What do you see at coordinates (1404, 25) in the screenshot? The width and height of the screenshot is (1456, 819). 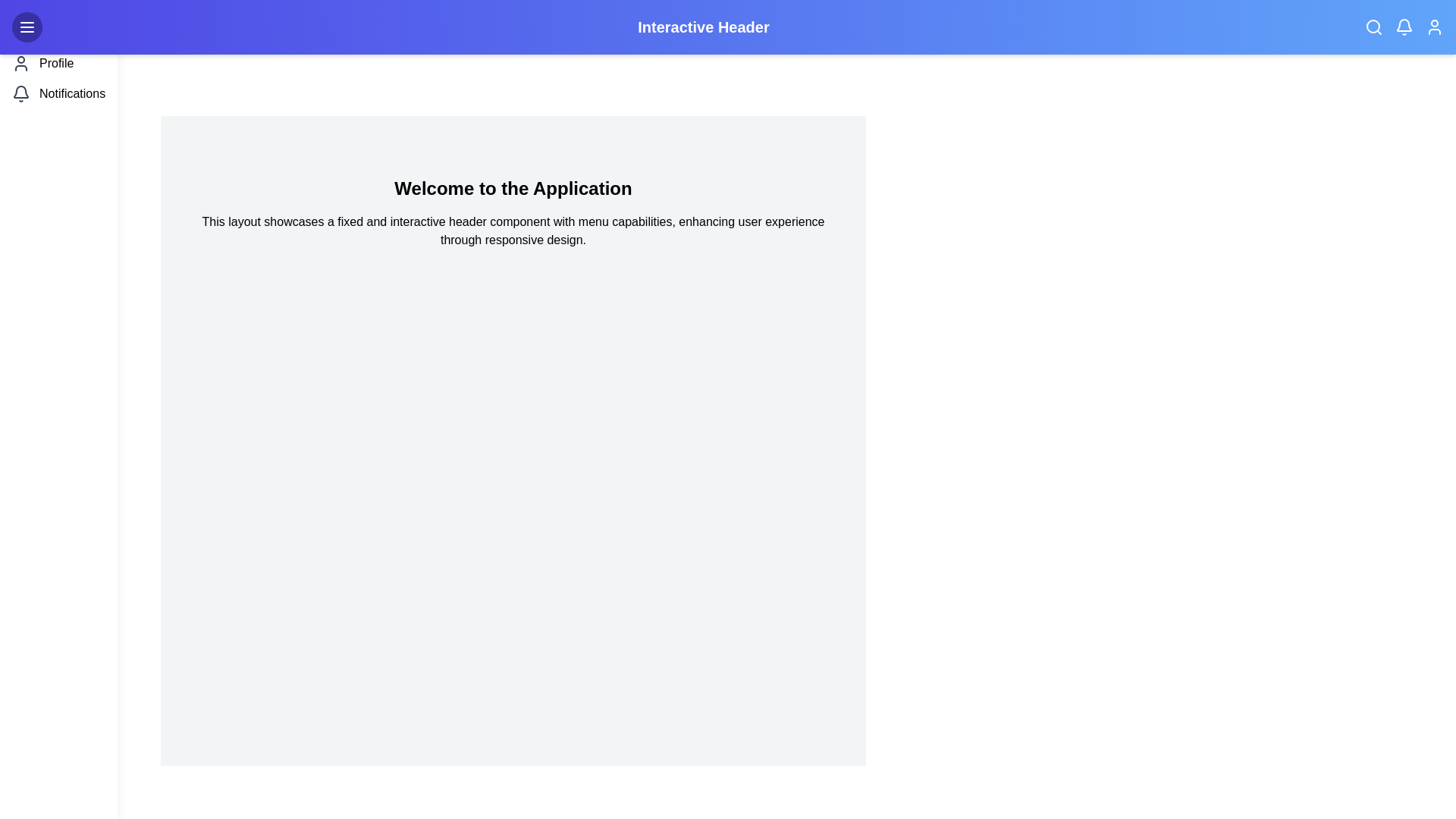 I see `the bell-shaped SVG icon located in the header bar, which is the second icon from left to right` at bounding box center [1404, 25].